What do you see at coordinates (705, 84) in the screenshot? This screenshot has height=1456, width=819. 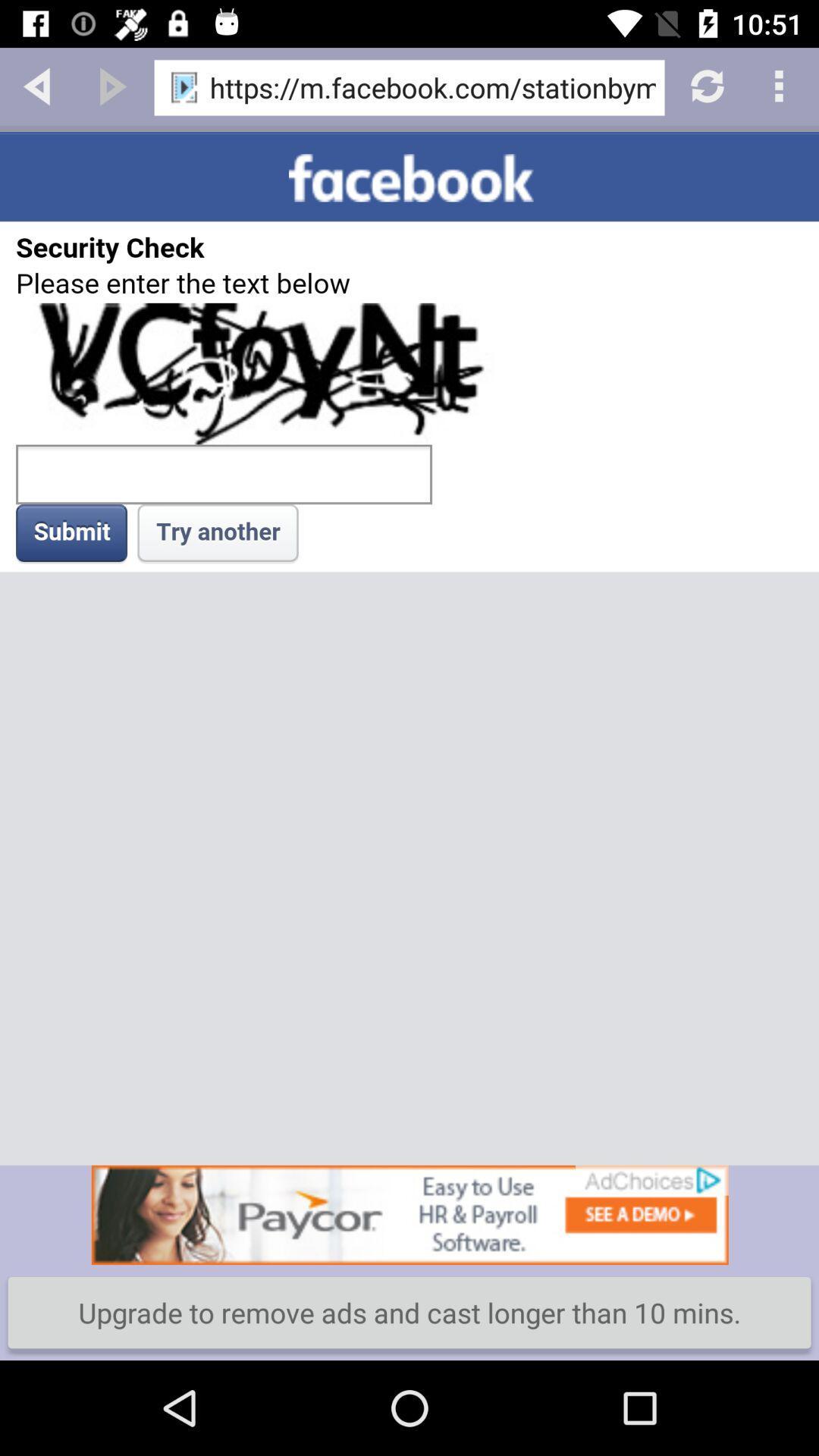 I see `refersg` at bounding box center [705, 84].